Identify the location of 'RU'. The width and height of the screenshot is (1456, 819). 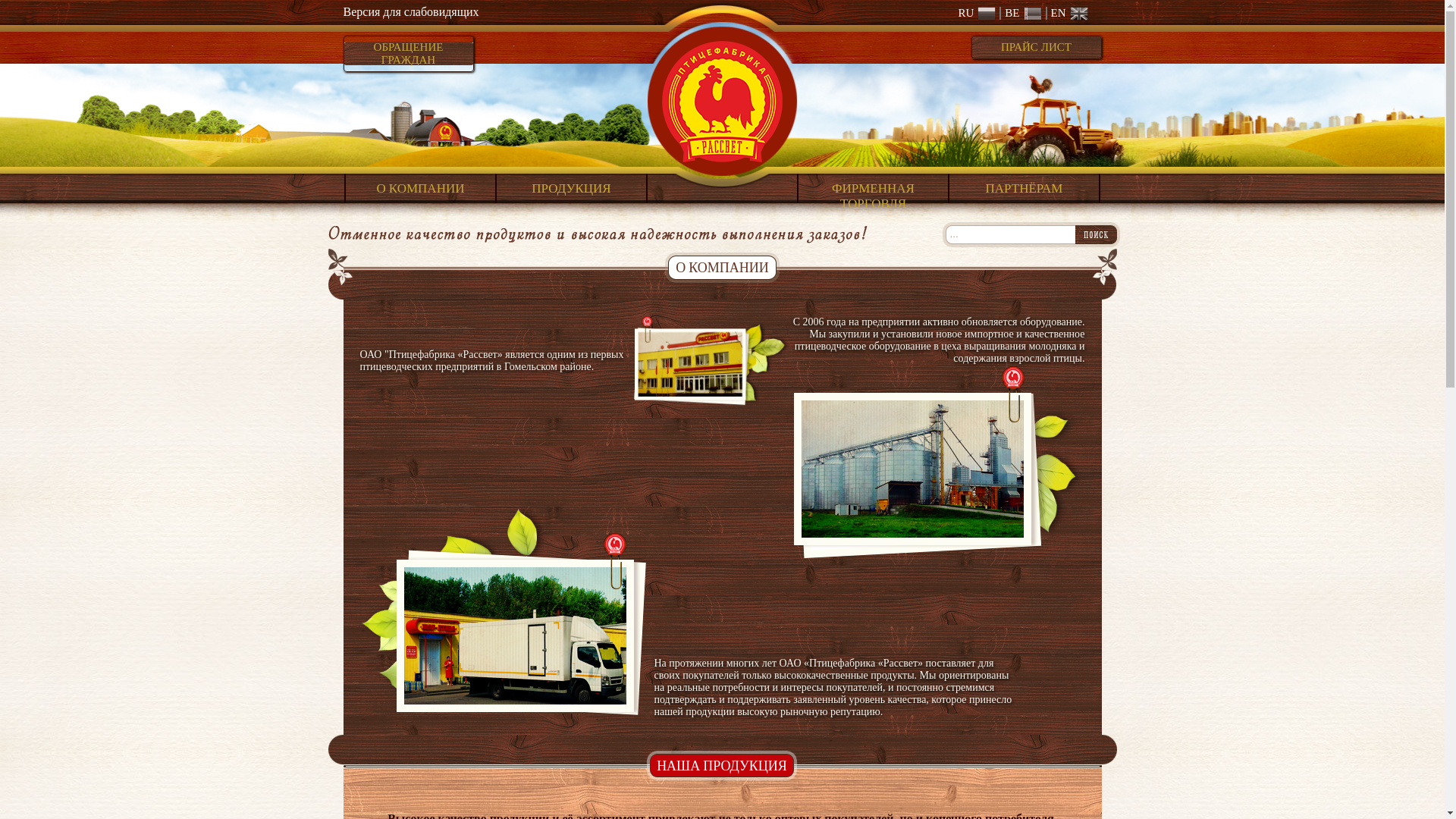
(976, 13).